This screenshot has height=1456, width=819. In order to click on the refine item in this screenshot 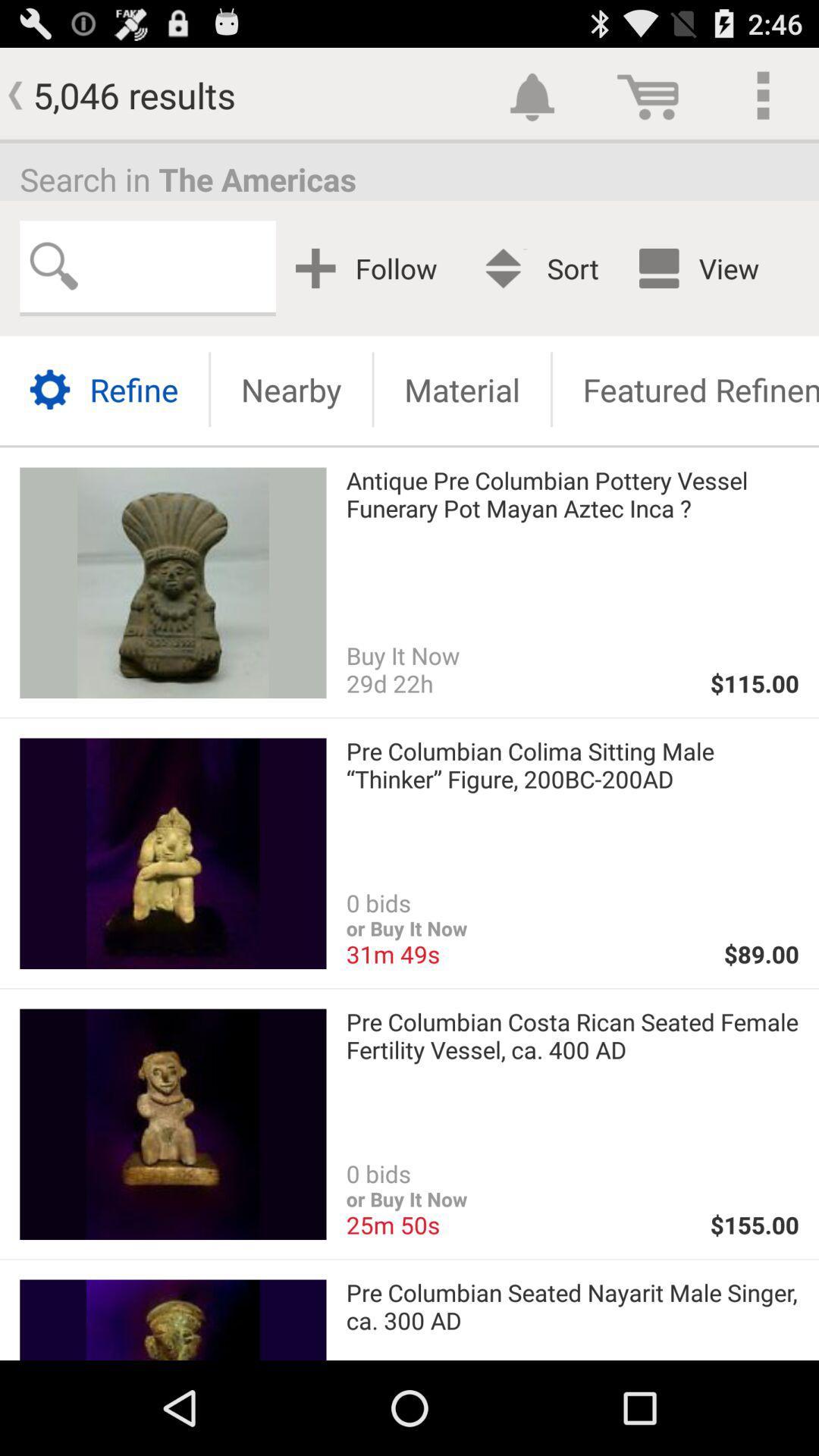, I will do `click(103, 389)`.